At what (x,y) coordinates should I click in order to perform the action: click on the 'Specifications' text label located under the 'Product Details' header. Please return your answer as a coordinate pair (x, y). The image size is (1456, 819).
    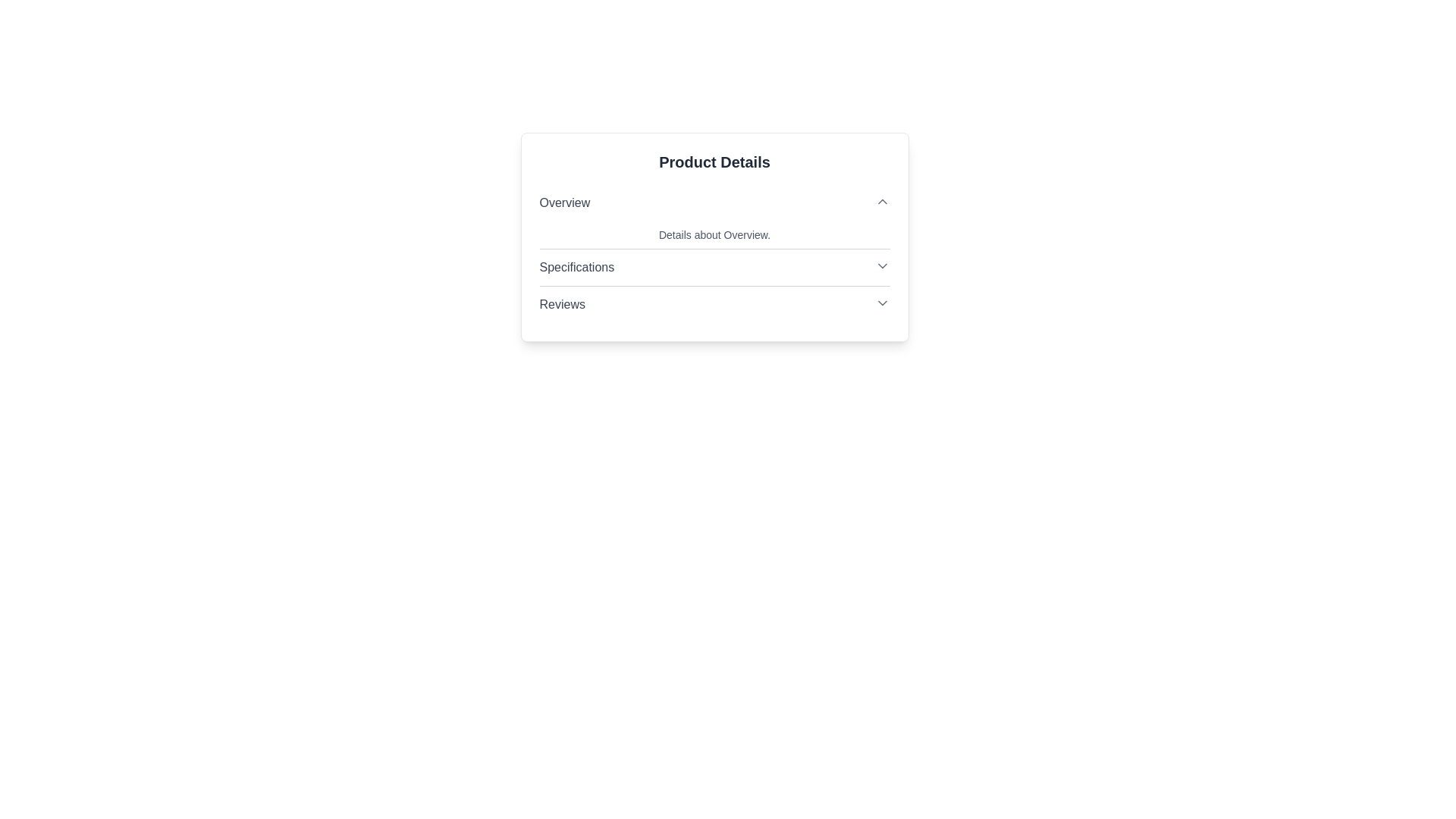
    Looking at the image, I should click on (576, 267).